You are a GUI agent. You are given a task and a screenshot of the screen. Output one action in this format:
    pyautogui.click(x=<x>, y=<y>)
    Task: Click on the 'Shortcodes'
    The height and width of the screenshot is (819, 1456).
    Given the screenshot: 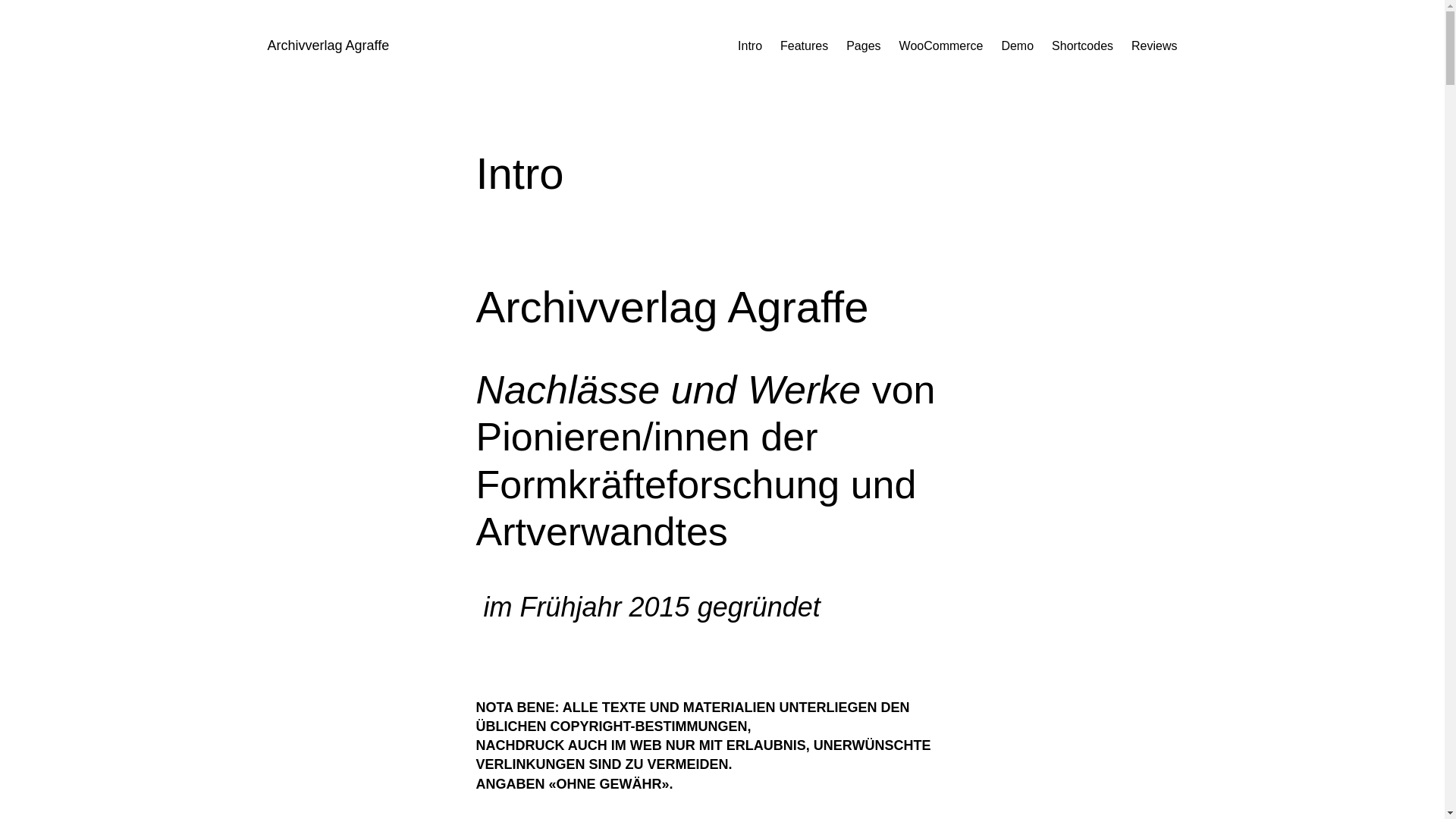 What is the action you would take?
    pyautogui.click(x=1081, y=45)
    